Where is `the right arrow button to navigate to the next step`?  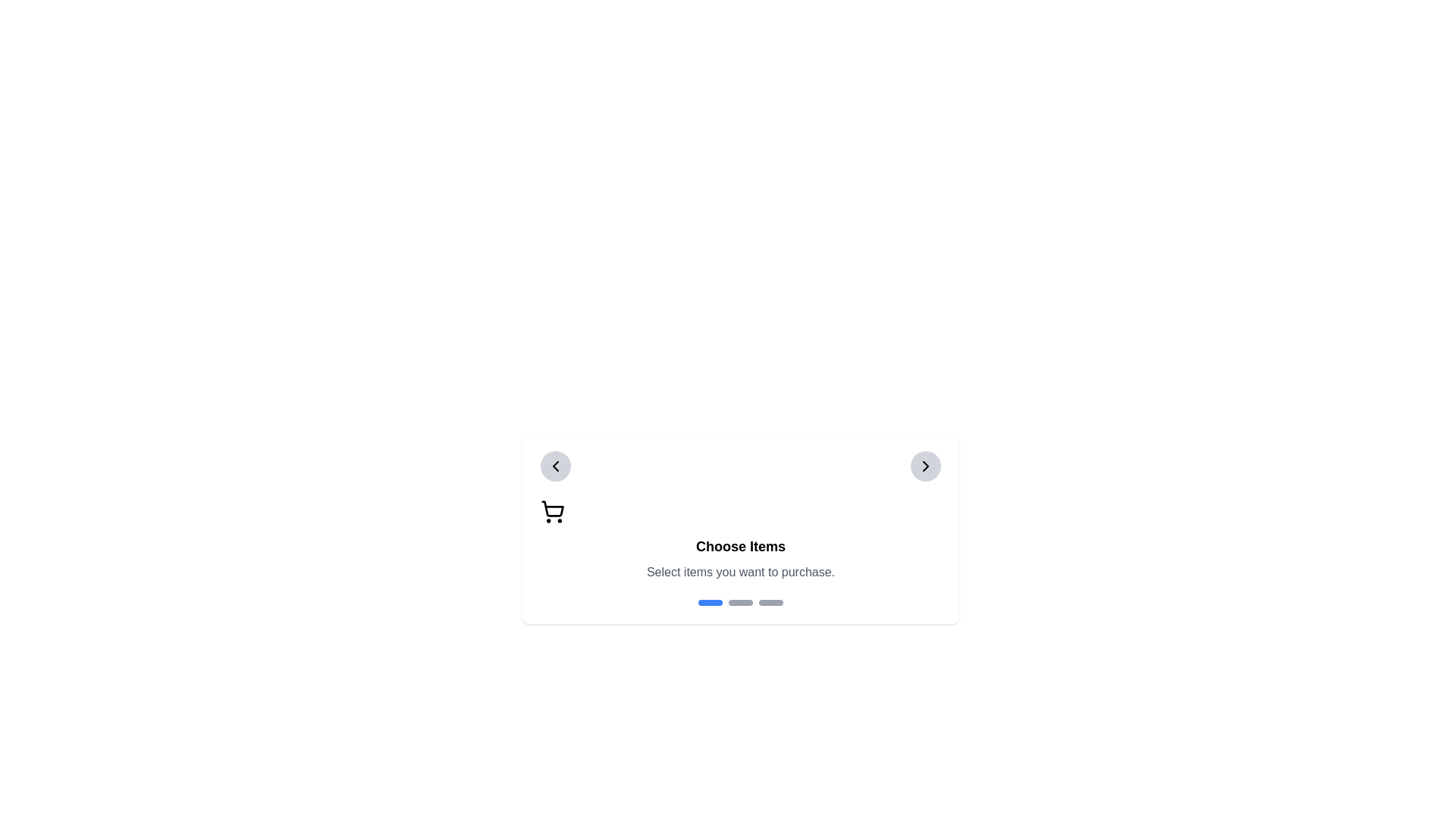 the right arrow button to navigate to the next step is located at coordinates (924, 465).